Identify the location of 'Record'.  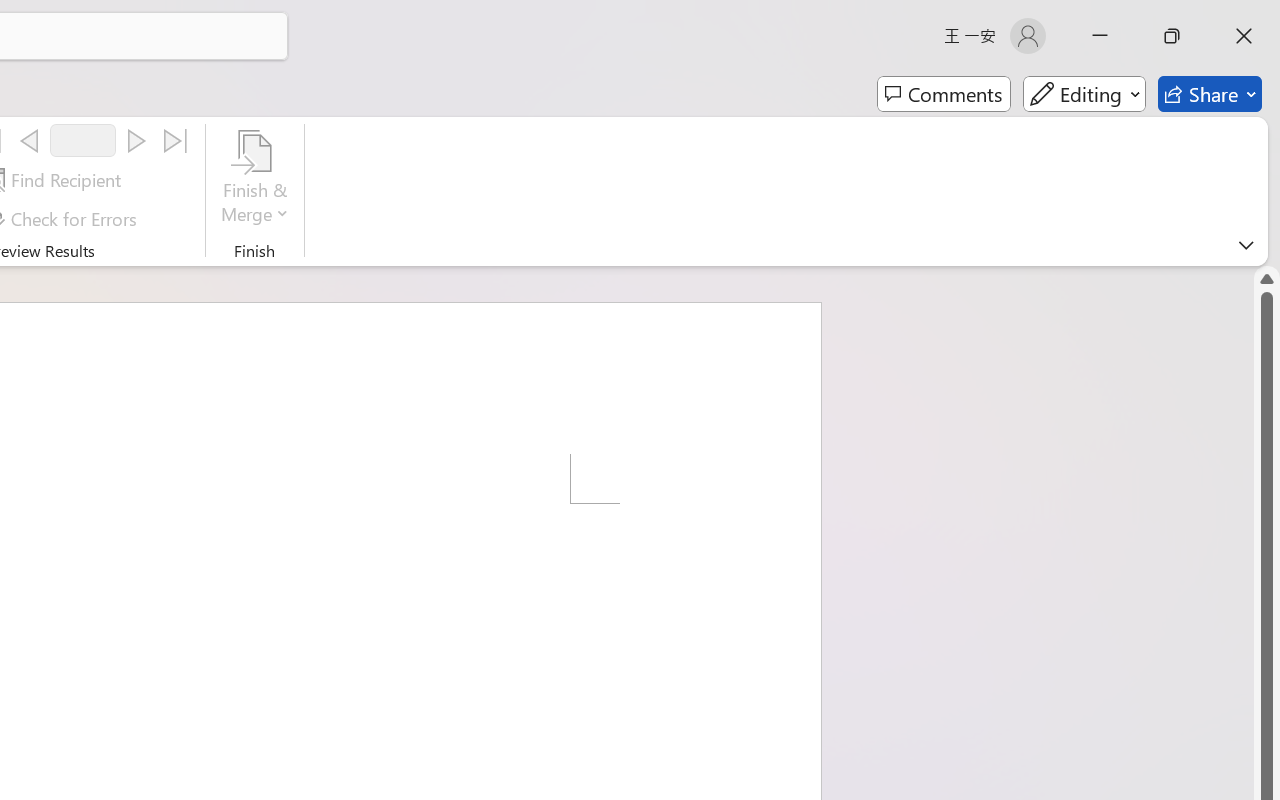
(82, 140).